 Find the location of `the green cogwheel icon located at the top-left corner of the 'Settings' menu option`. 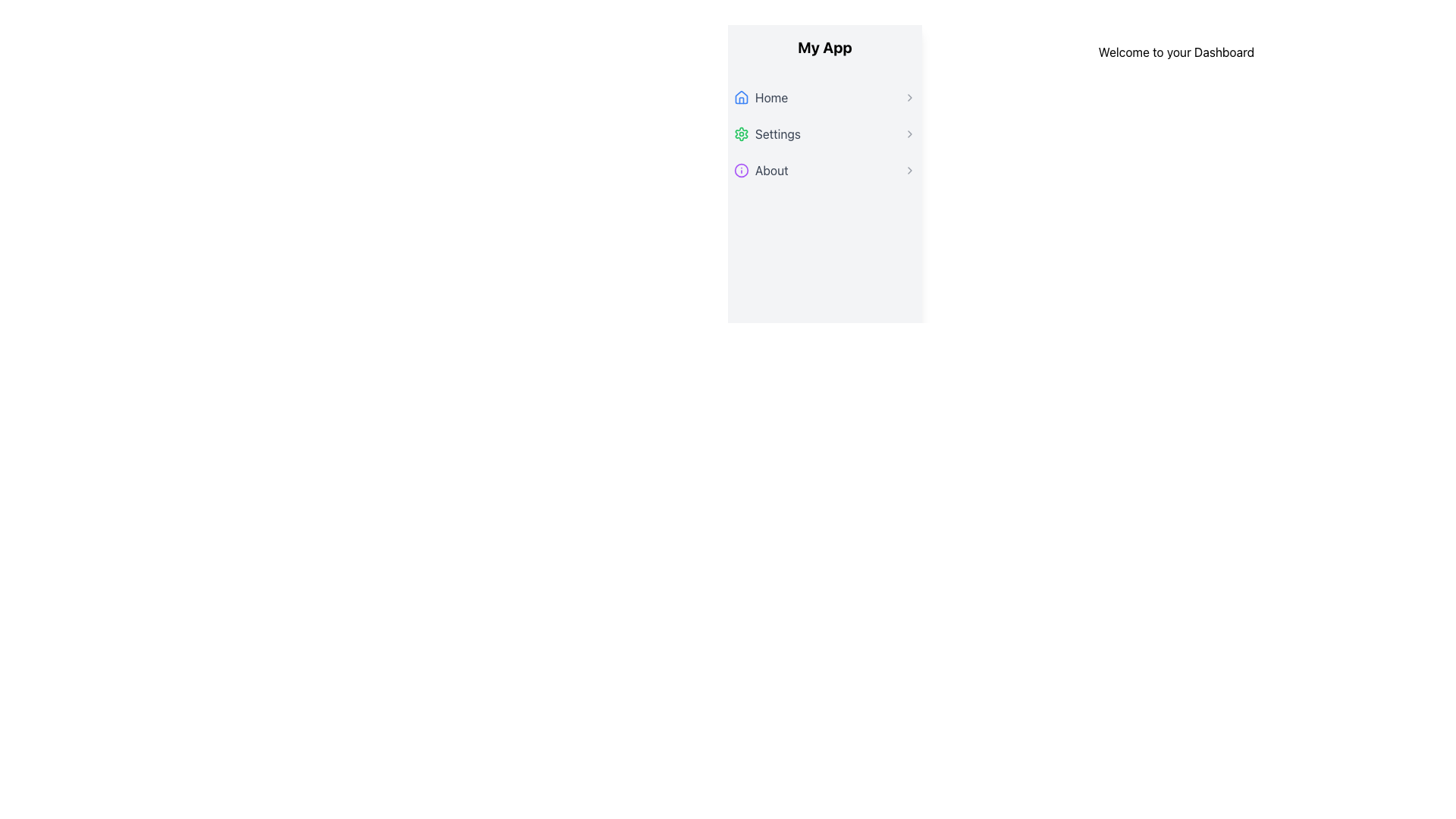

the green cogwheel icon located at the top-left corner of the 'Settings' menu option is located at coordinates (742, 133).